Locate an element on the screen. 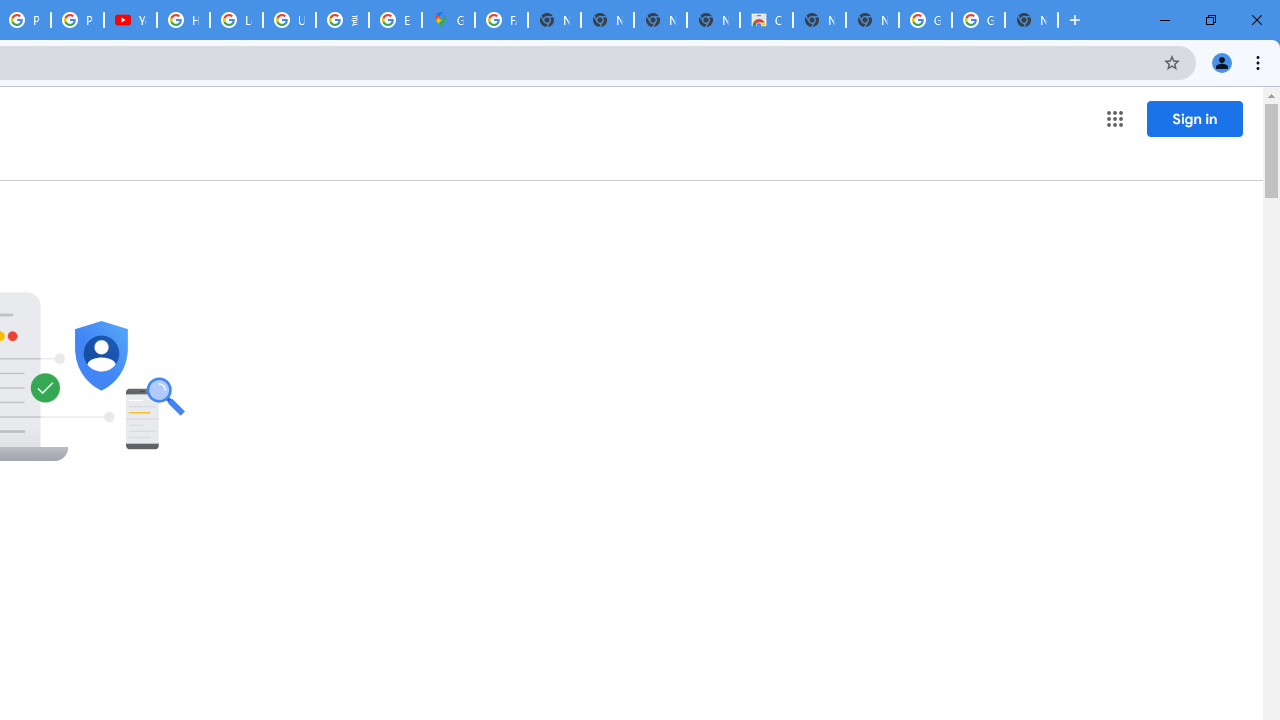  'YouTube' is located at coordinates (129, 20).